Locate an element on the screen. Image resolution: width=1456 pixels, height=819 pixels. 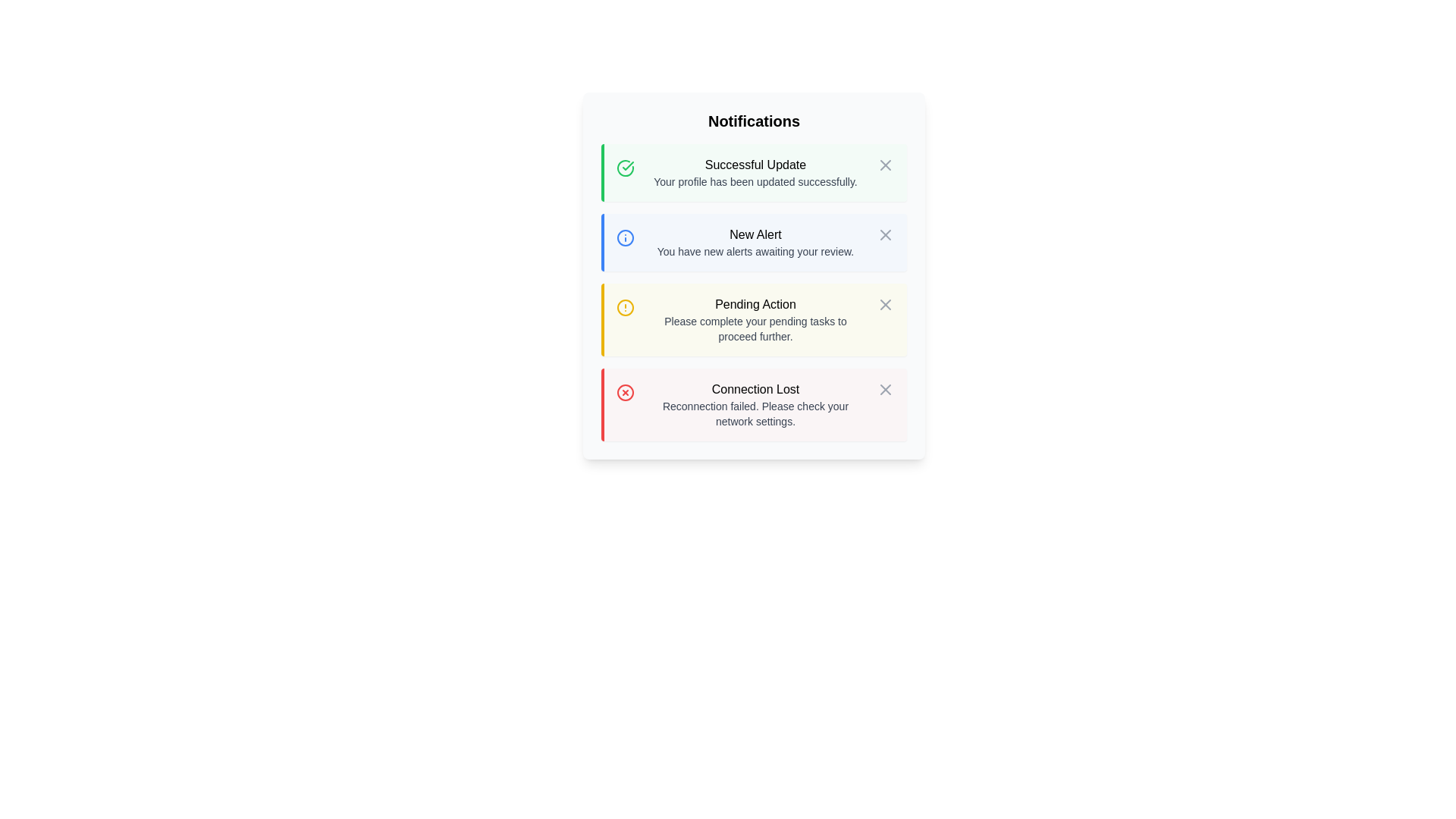
the text display that provides information about a new alert, located in the content section of the second notification item between 'Successful Update' and 'Pending Action' is located at coordinates (755, 242).